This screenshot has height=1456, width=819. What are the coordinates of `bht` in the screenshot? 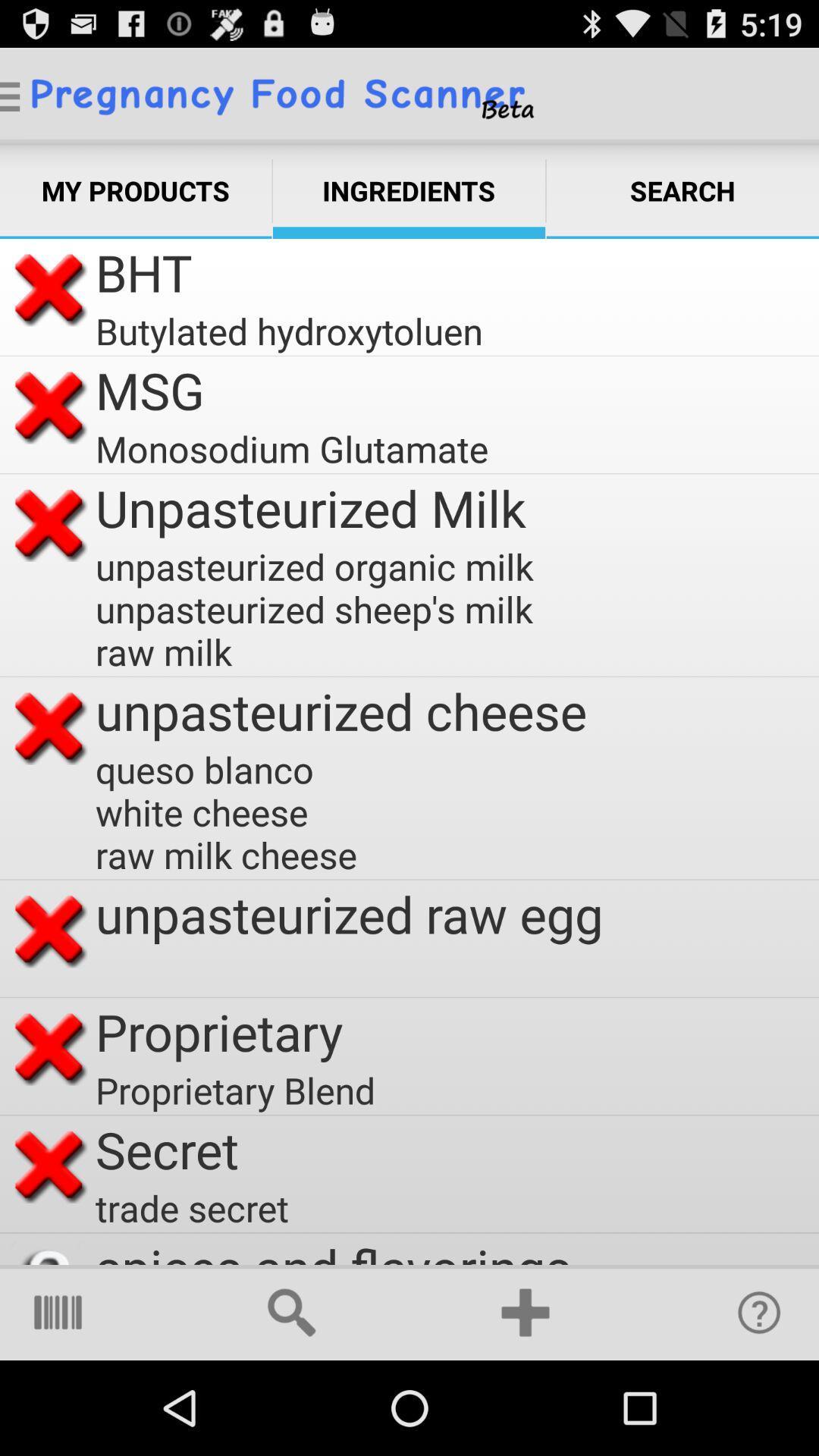 It's located at (143, 272).